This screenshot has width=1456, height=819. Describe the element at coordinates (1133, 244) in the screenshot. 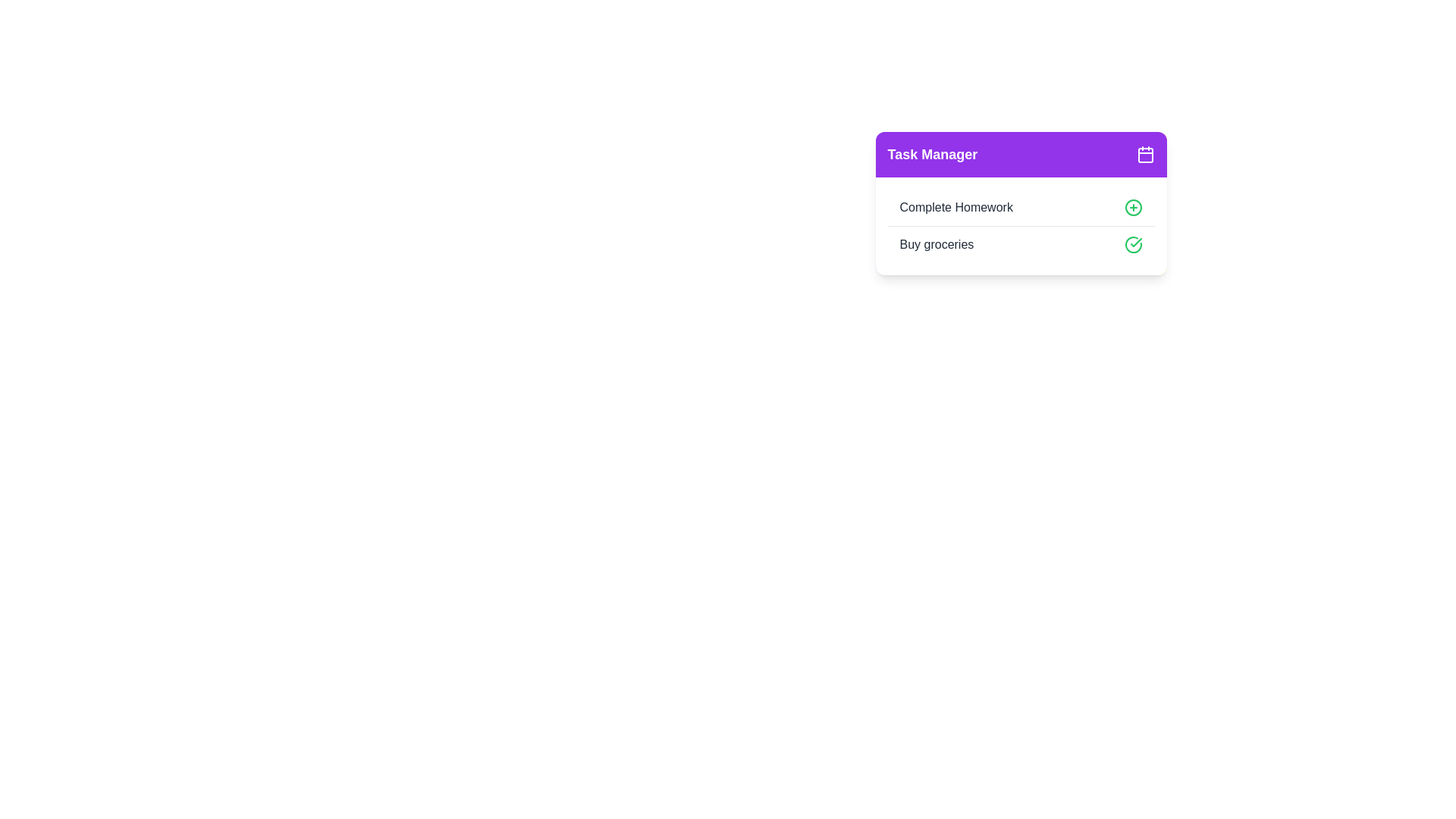

I see `the Status icon, which is a circular green icon with a checkmark, located at the far-right side of the row containing 'Buy groceries'` at that location.